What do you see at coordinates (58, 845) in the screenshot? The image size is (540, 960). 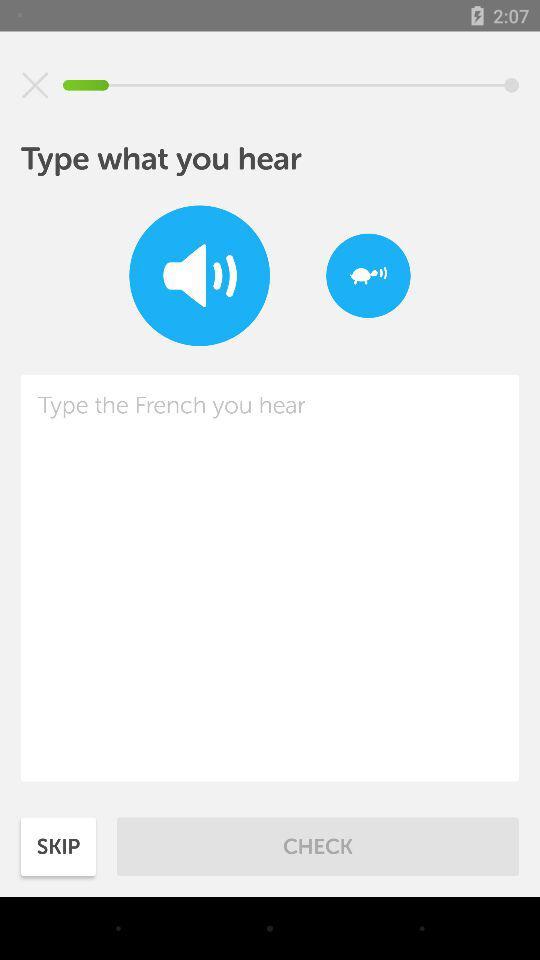 I see `the item next to check icon` at bounding box center [58, 845].